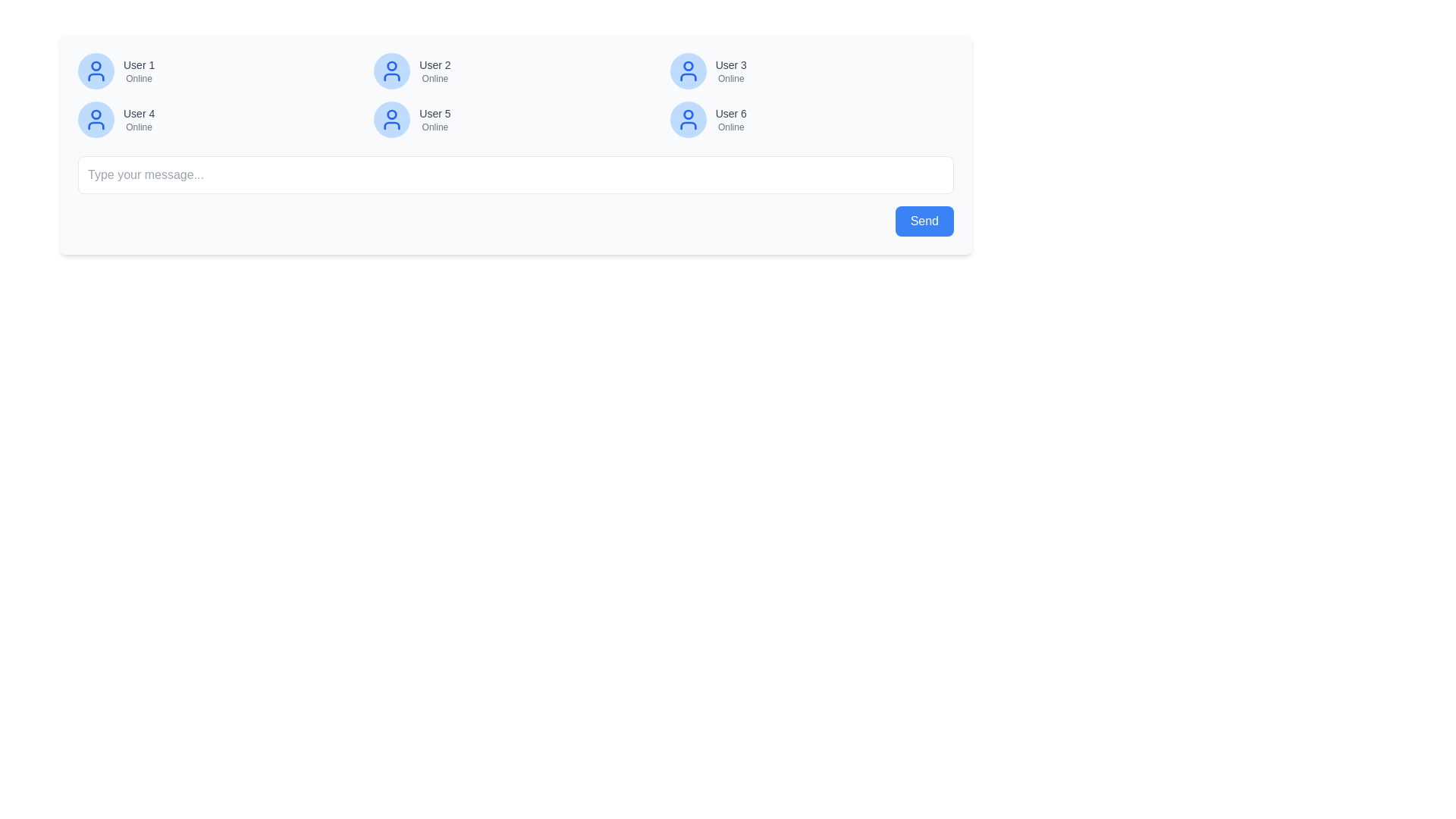  Describe the element at coordinates (392, 71) in the screenshot. I see `the blue circular user profile icon featuring a person silhouette, located in the second position of the top row in a grid of user elements` at that location.